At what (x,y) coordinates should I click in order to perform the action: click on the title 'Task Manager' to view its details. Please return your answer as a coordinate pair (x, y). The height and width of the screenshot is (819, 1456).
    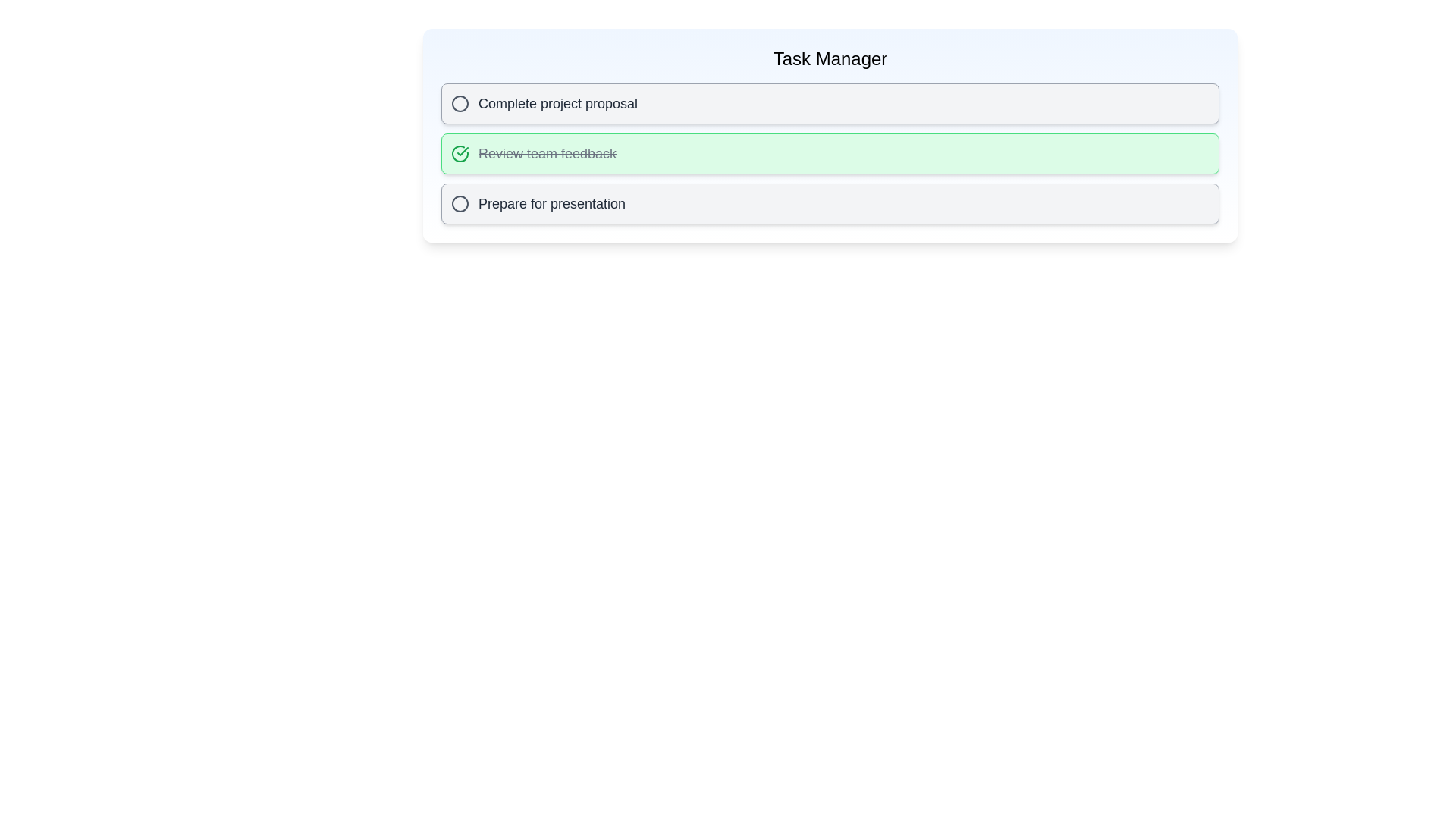
    Looking at the image, I should click on (829, 58).